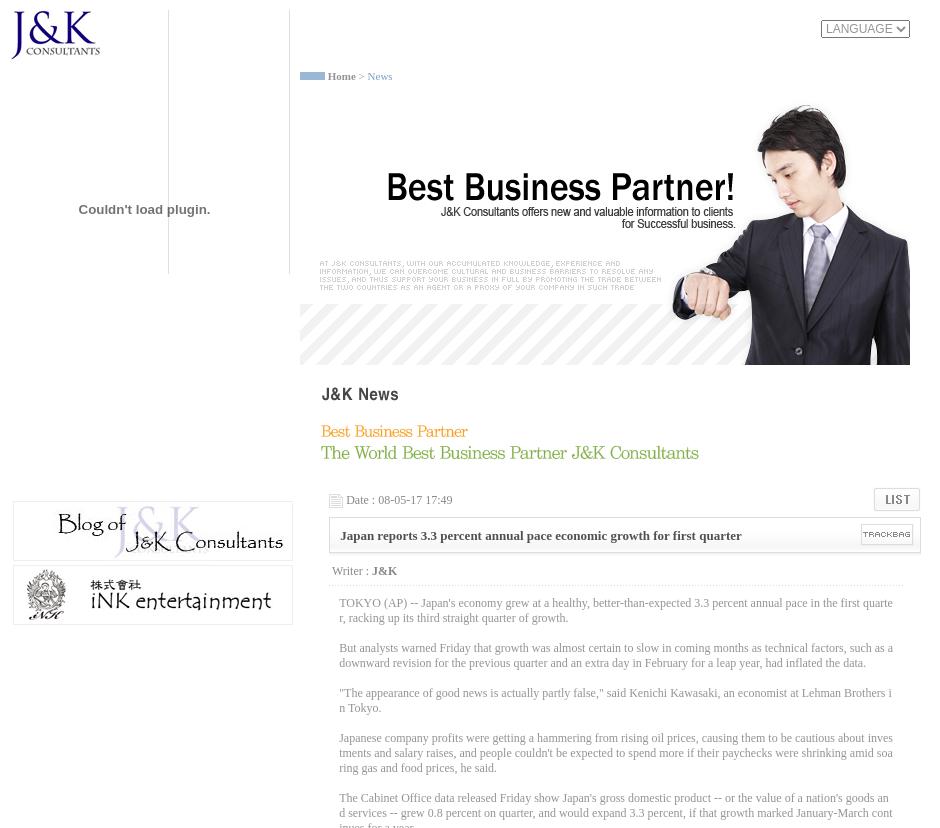 This screenshot has width=940, height=828. Describe the element at coordinates (365, 76) in the screenshot. I see `'News'` at that location.